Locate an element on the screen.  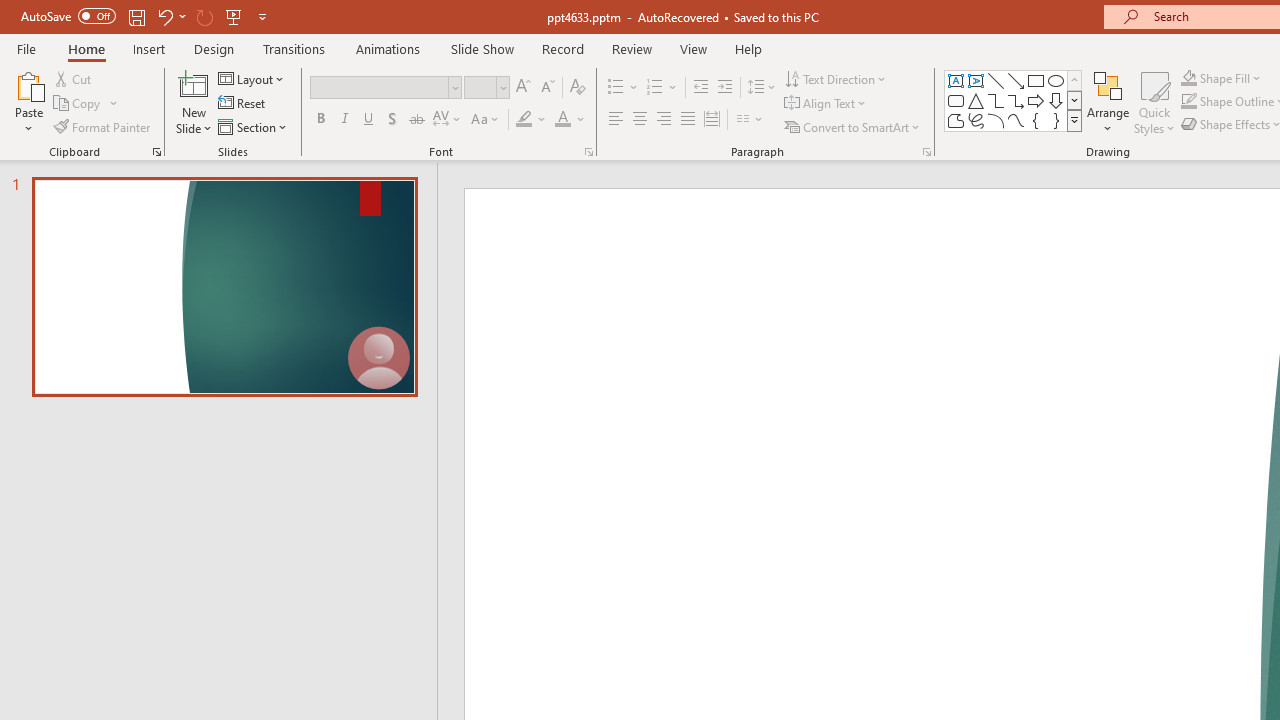
'Change Case' is located at coordinates (486, 119).